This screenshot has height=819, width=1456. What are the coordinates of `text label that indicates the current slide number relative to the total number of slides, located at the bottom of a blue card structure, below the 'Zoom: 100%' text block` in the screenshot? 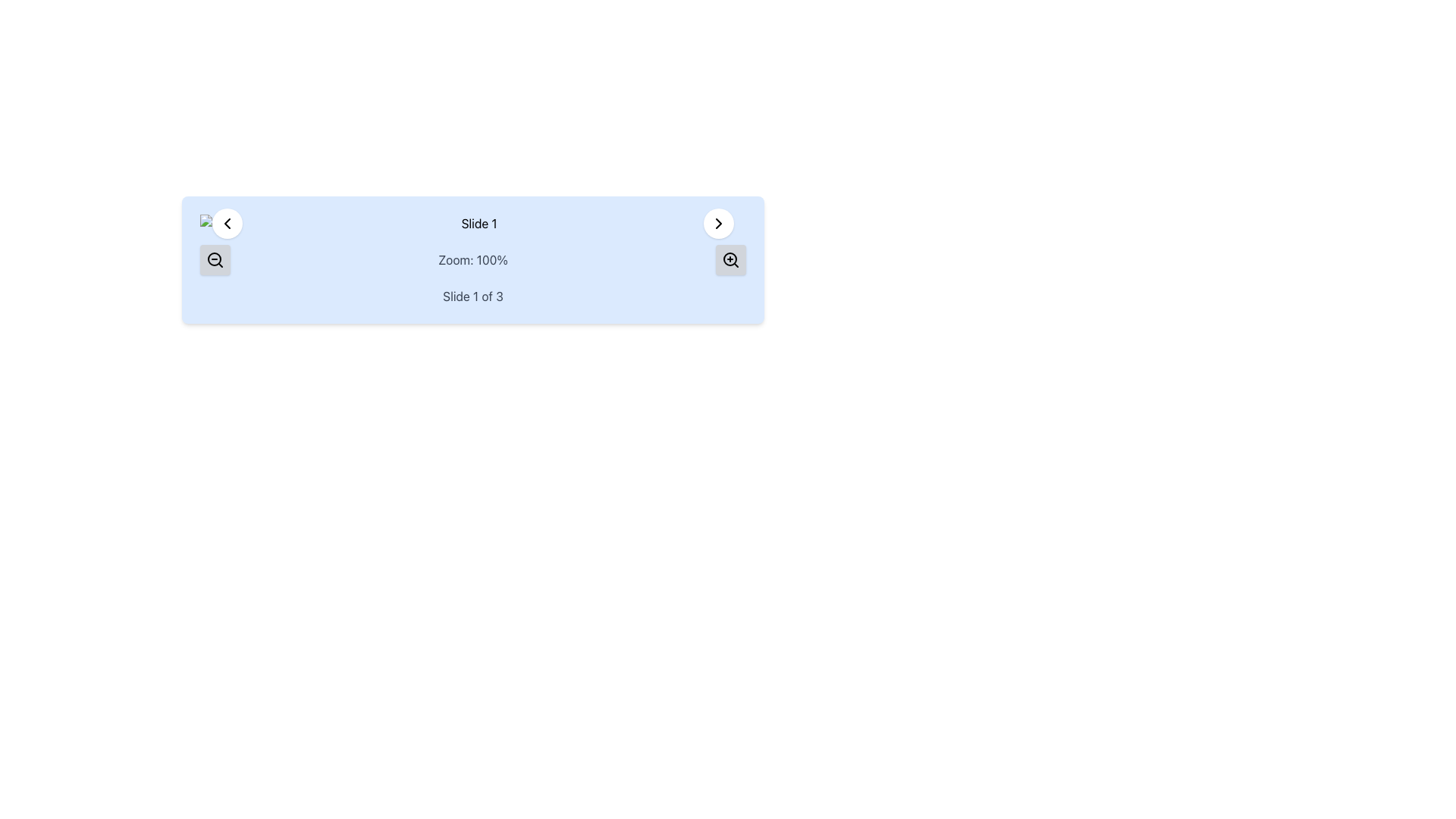 It's located at (472, 296).